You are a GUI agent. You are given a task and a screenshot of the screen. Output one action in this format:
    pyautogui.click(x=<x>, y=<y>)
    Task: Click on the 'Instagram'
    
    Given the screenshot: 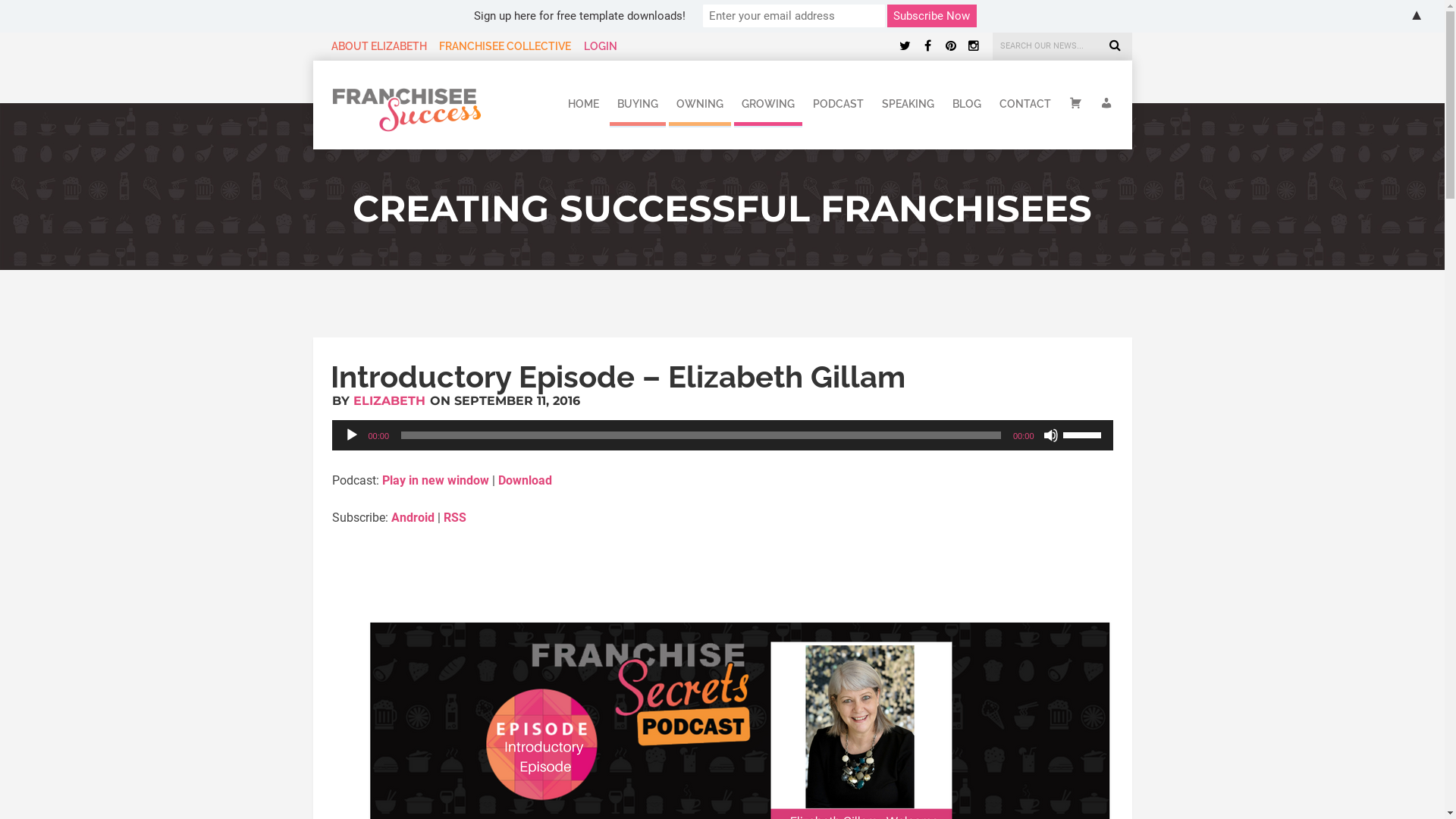 What is the action you would take?
    pyautogui.click(x=972, y=45)
    